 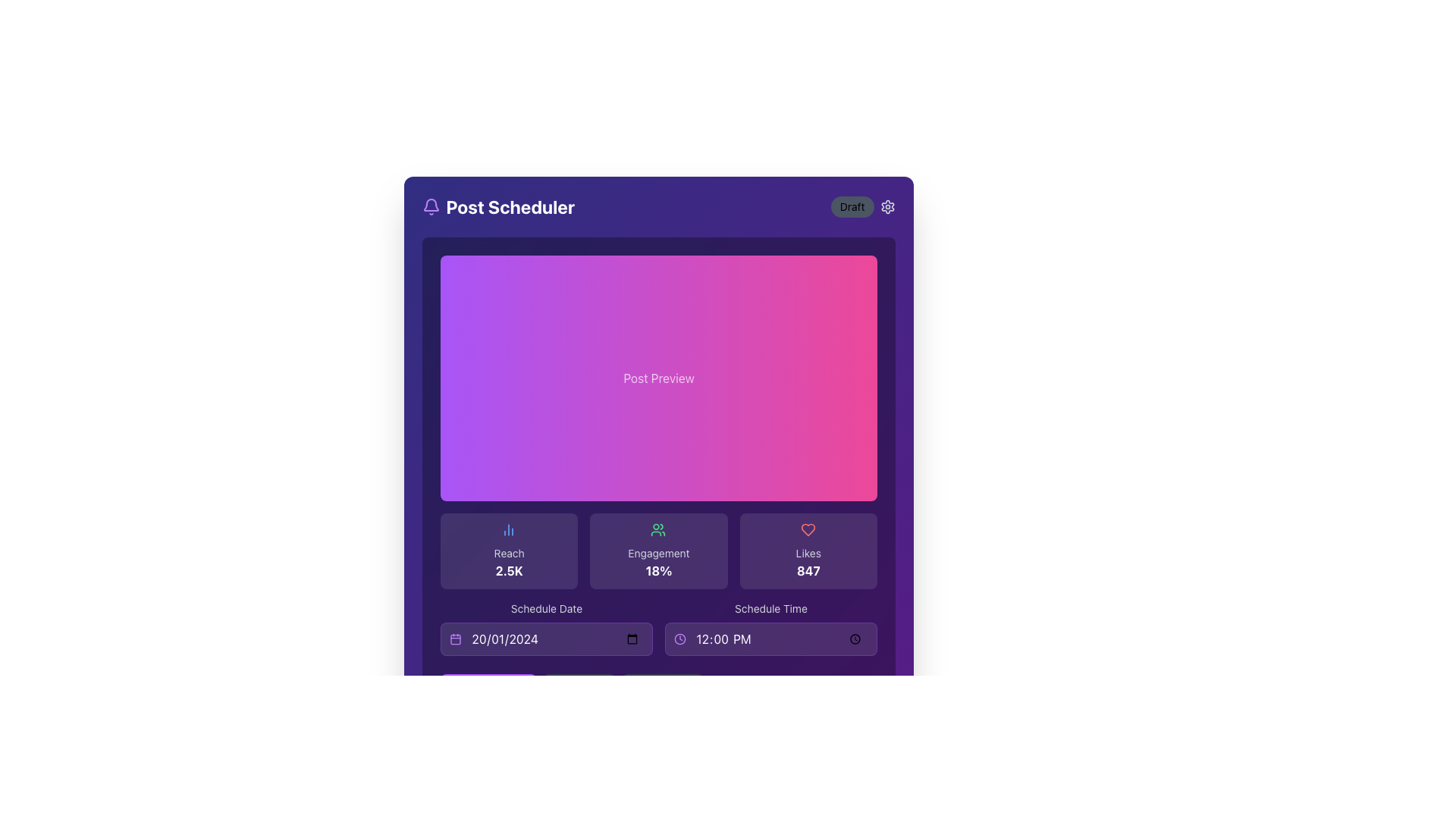 I want to click on the heart-shaped icon that symbolizes user likes, located above the 'Likes' label and value in the fourth segment of the bottom panel, so click(x=807, y=529).